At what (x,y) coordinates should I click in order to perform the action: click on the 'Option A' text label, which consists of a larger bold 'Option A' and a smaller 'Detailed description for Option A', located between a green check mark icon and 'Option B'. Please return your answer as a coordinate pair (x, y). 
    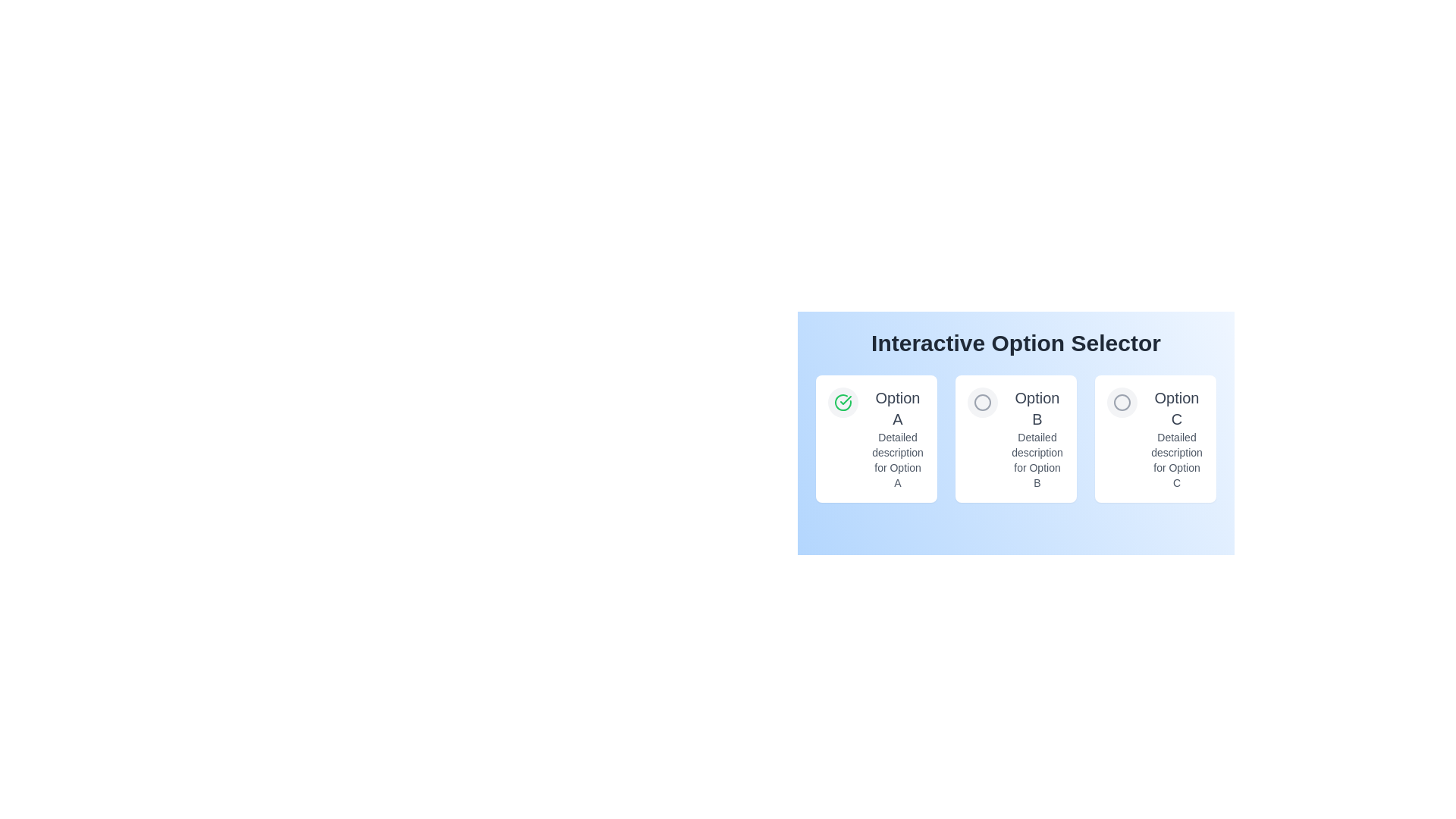
    Looking at the image, I should click on (898, 438).